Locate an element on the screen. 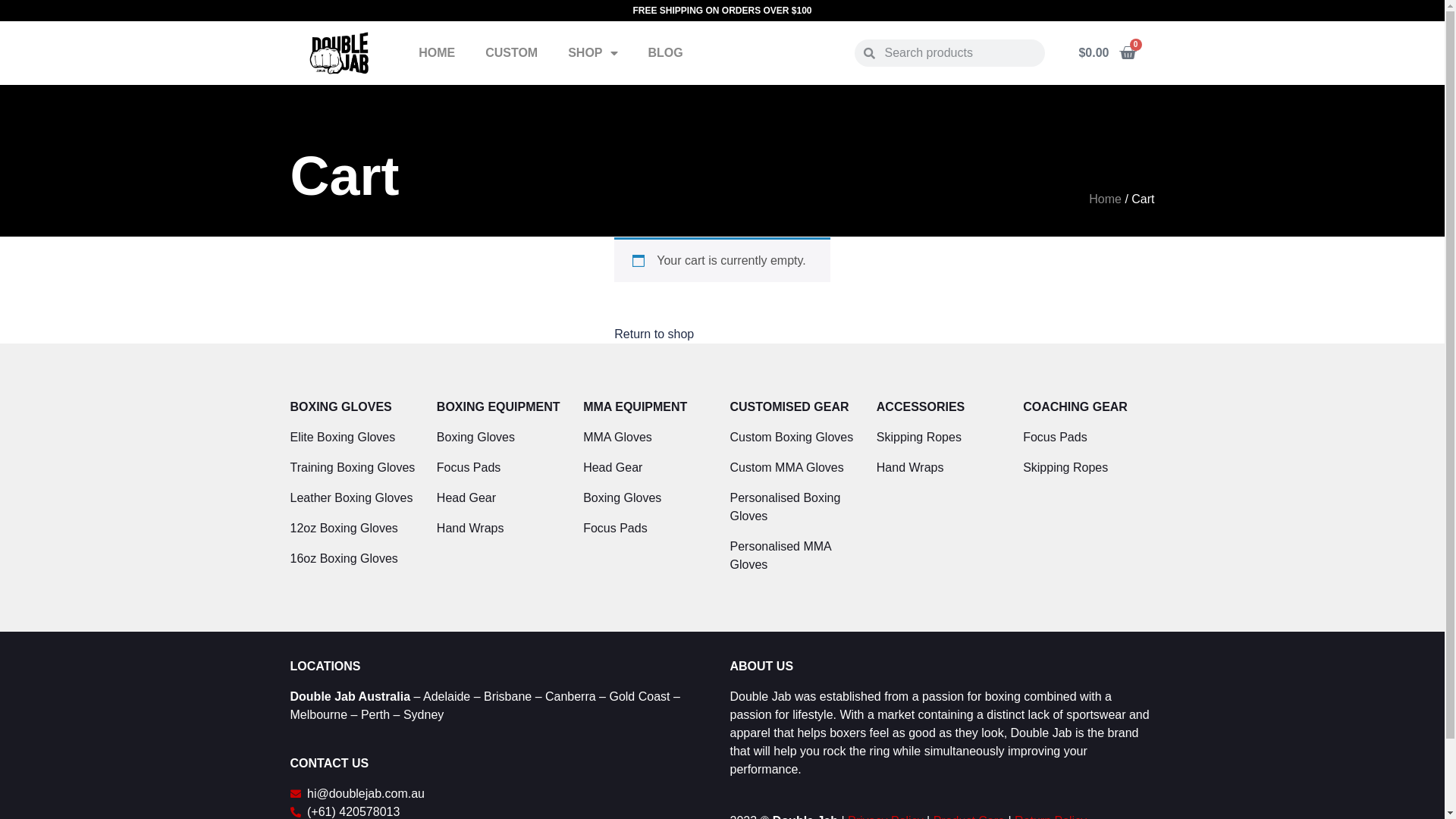  'Skipping Ropes' is located at coordinates (1087, 467).